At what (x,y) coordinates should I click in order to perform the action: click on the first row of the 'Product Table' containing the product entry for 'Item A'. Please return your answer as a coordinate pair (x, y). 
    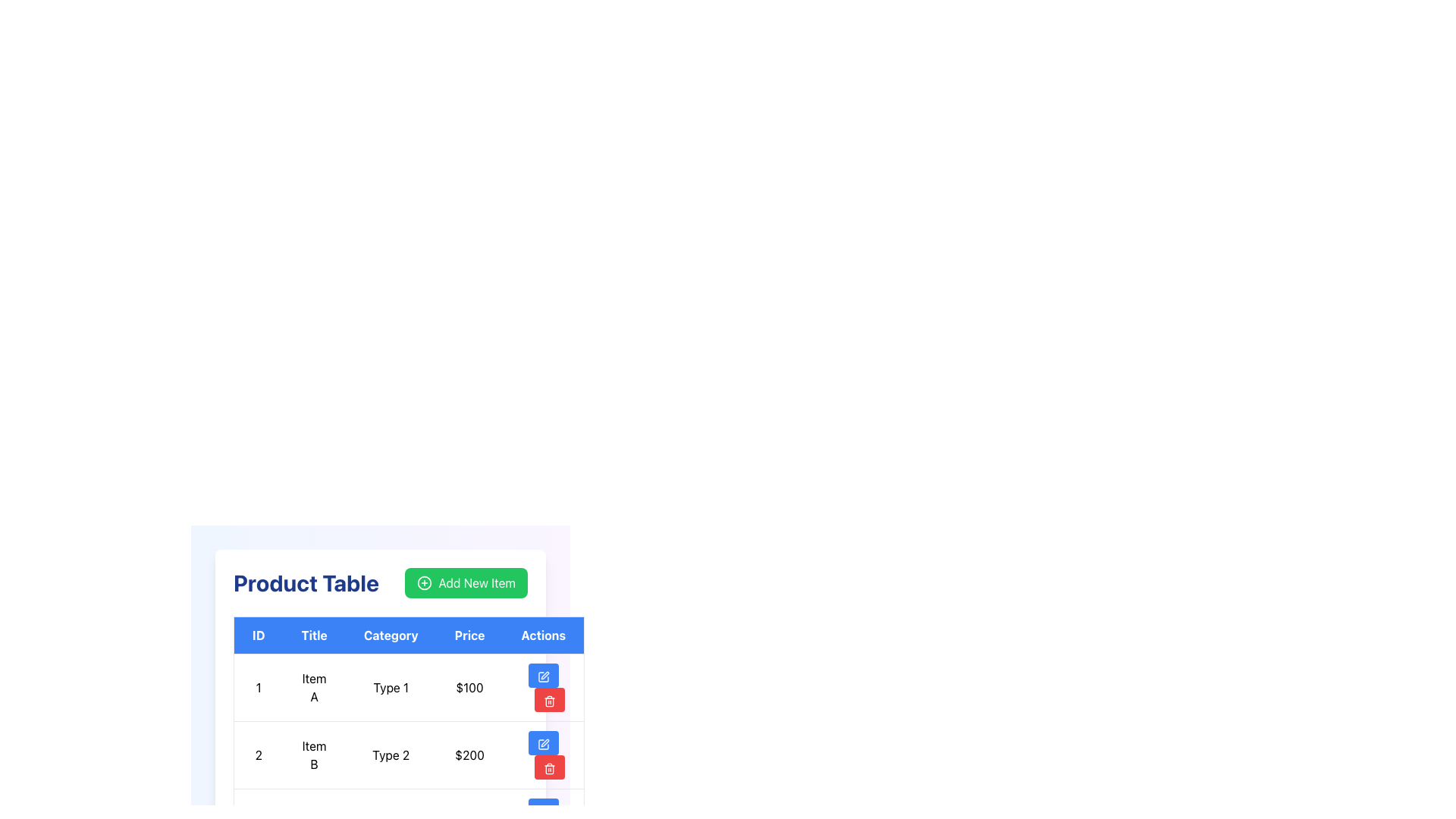
    Looking at the image, I should click on (409, 687).